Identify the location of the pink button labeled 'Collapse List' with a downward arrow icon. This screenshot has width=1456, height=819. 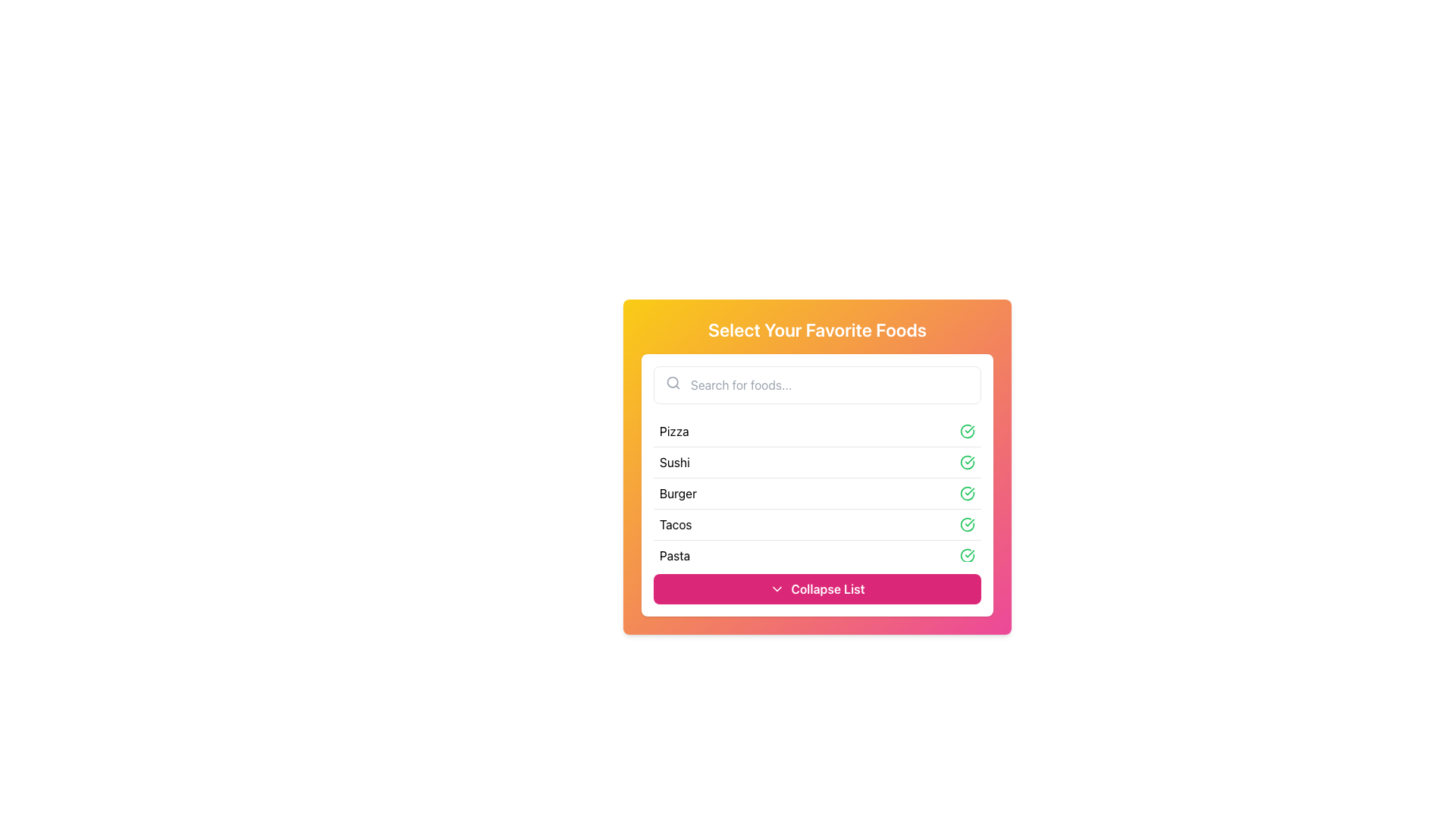
(817, 588).